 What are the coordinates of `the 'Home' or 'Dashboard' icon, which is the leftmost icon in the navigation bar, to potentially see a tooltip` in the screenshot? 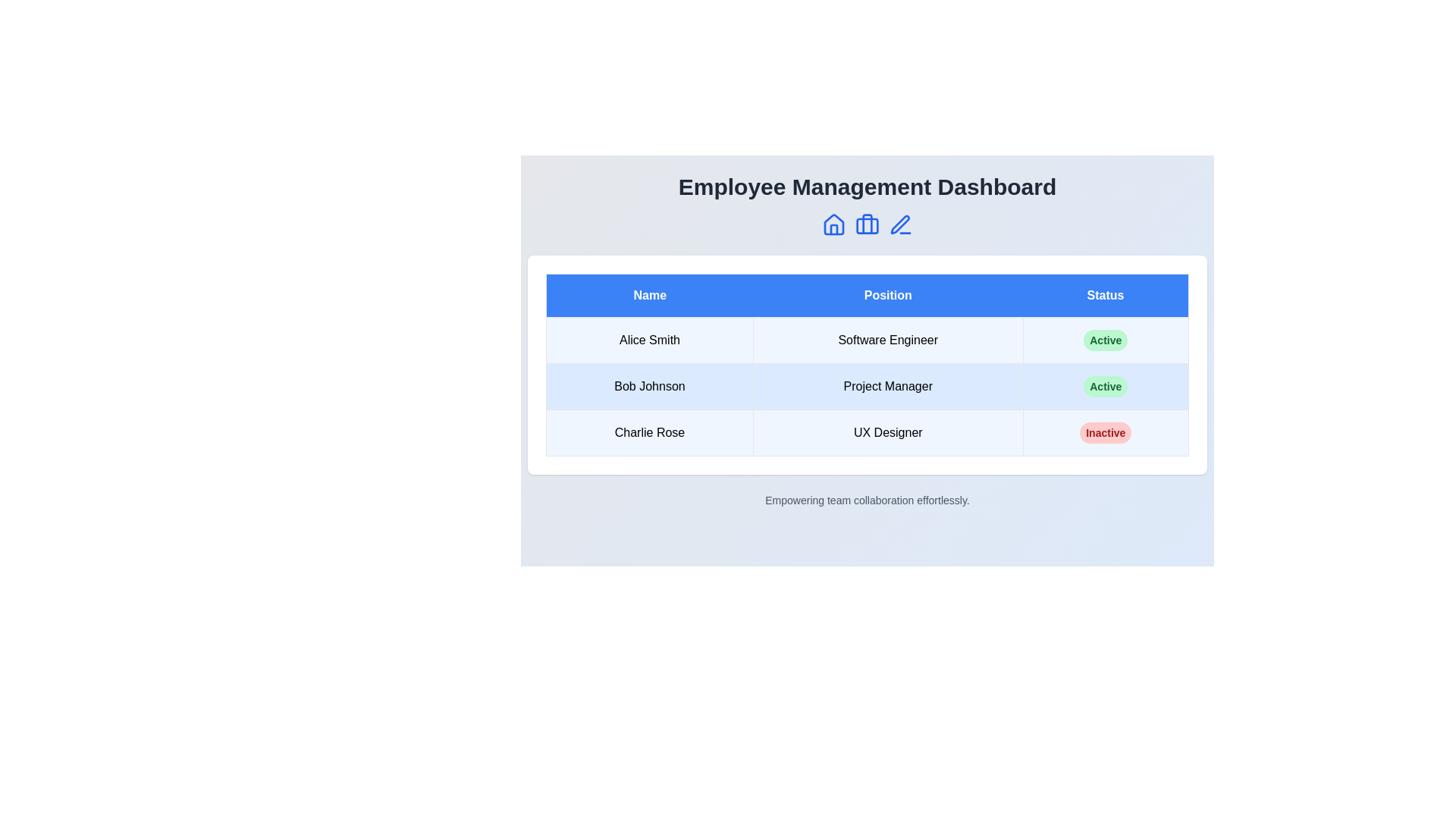 It's located at (833, 225).